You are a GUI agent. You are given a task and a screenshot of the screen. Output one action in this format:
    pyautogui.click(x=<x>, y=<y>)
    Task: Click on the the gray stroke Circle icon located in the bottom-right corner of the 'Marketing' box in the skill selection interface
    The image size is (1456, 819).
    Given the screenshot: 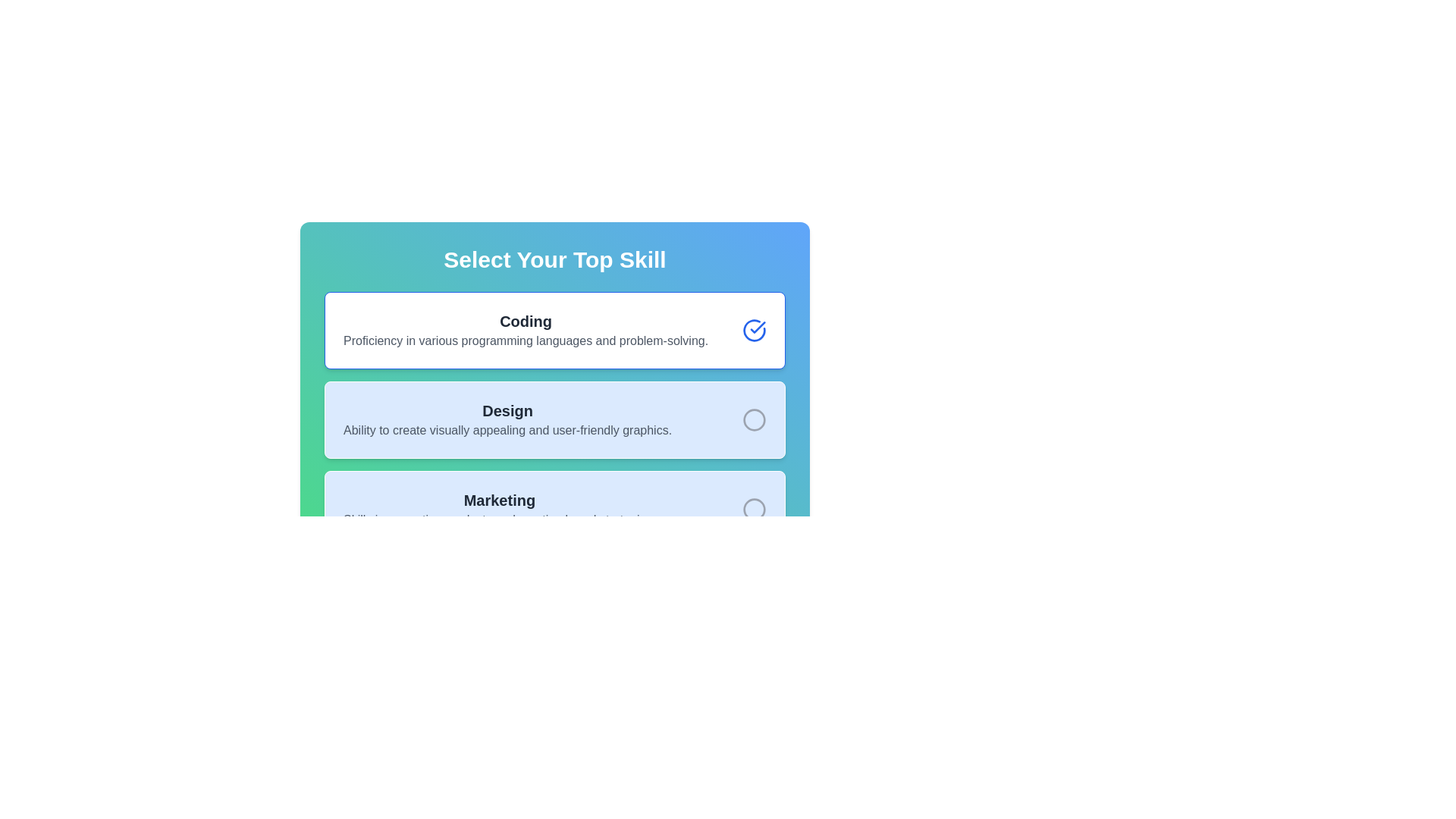 What is the action you would take?
    pyautogui.click(x=754, y=509)
    